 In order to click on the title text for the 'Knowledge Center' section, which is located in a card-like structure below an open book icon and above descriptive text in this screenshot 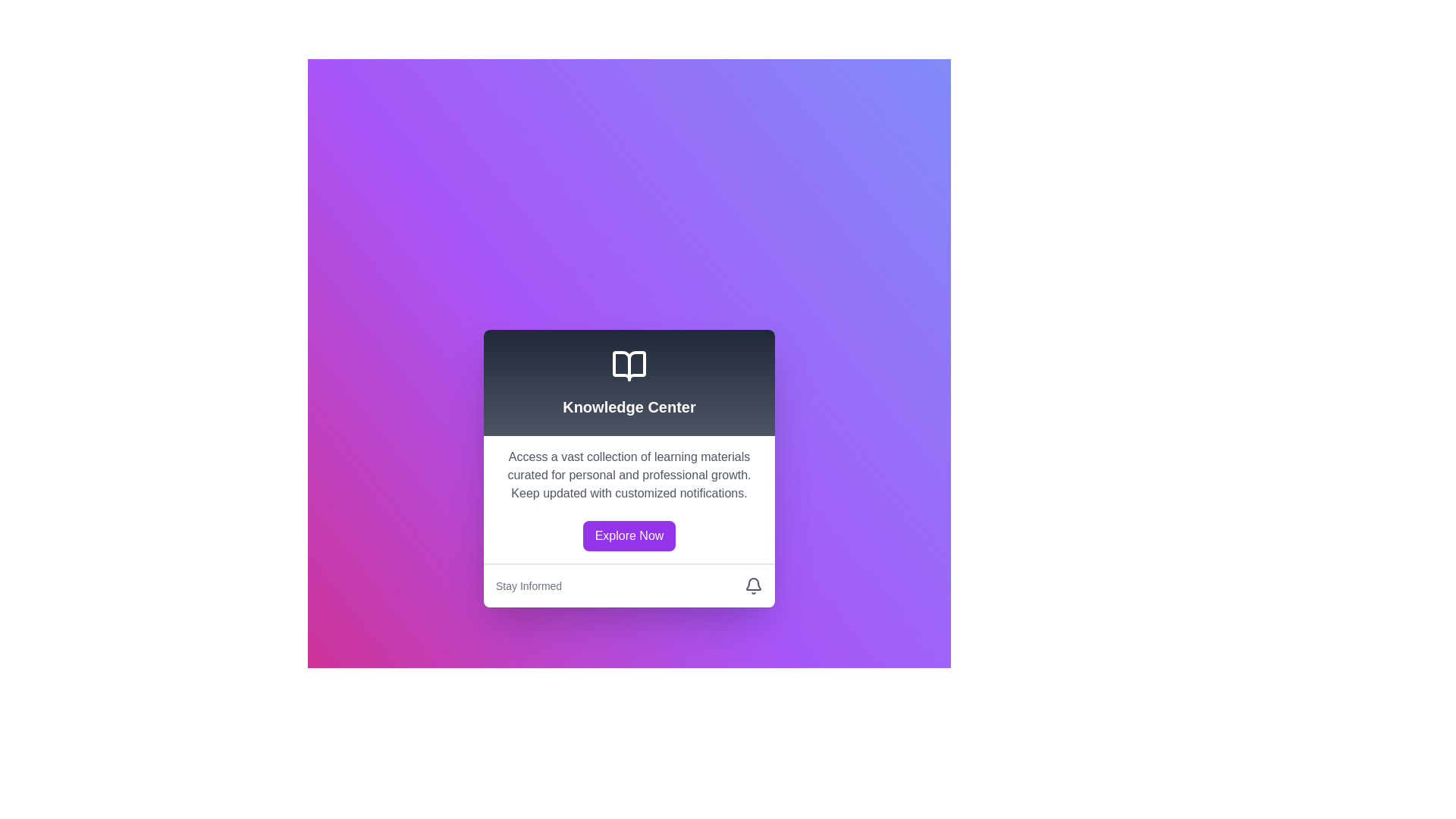, I will do `click(629, 406)`.